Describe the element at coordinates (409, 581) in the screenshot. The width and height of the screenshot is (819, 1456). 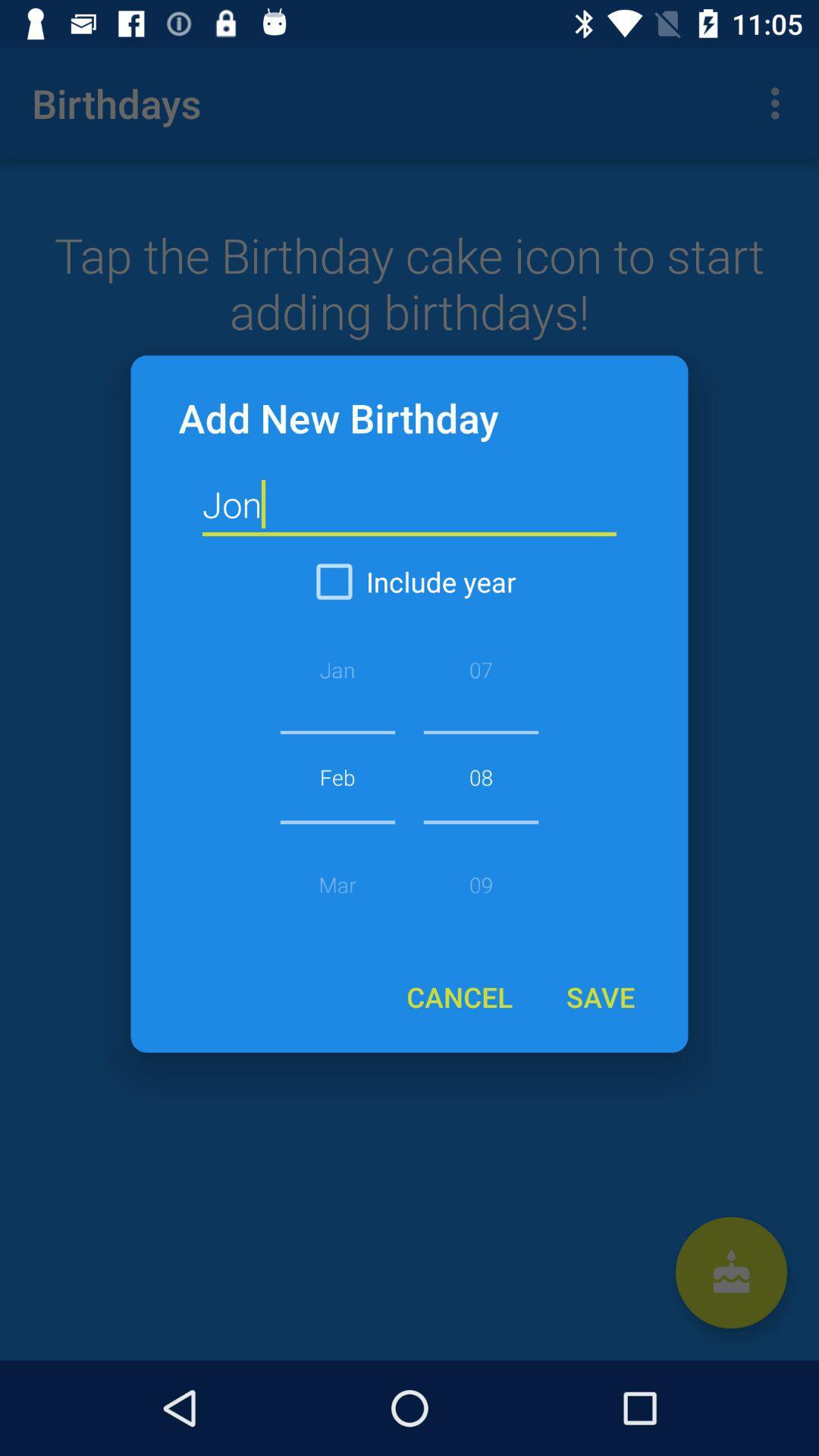
I see `the icon above the 08 item` at that location.